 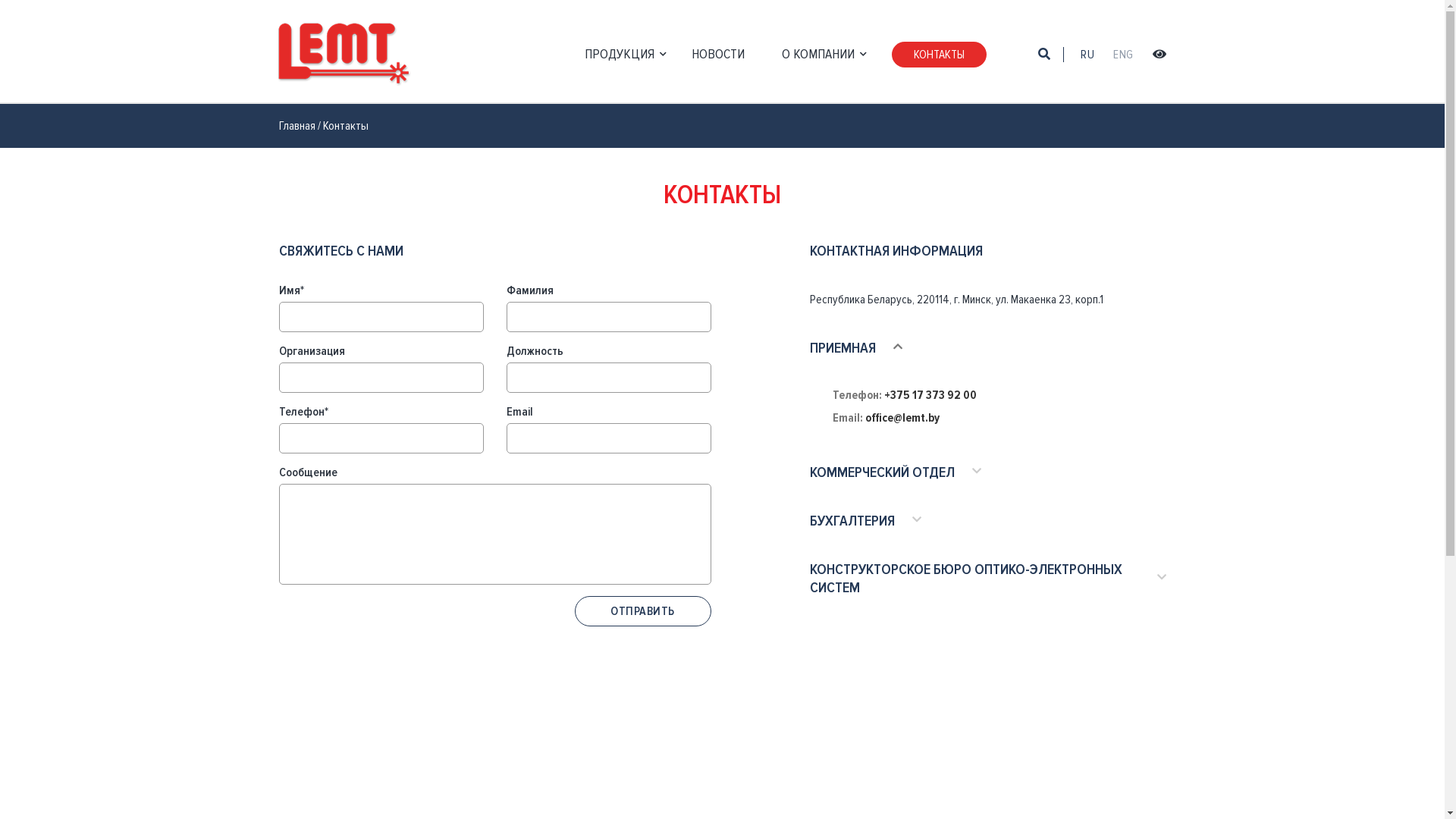 What do you see at coordinates (1087, 54) in the screenshot?
I see `'RU'` at bounding box center [1087, 54].